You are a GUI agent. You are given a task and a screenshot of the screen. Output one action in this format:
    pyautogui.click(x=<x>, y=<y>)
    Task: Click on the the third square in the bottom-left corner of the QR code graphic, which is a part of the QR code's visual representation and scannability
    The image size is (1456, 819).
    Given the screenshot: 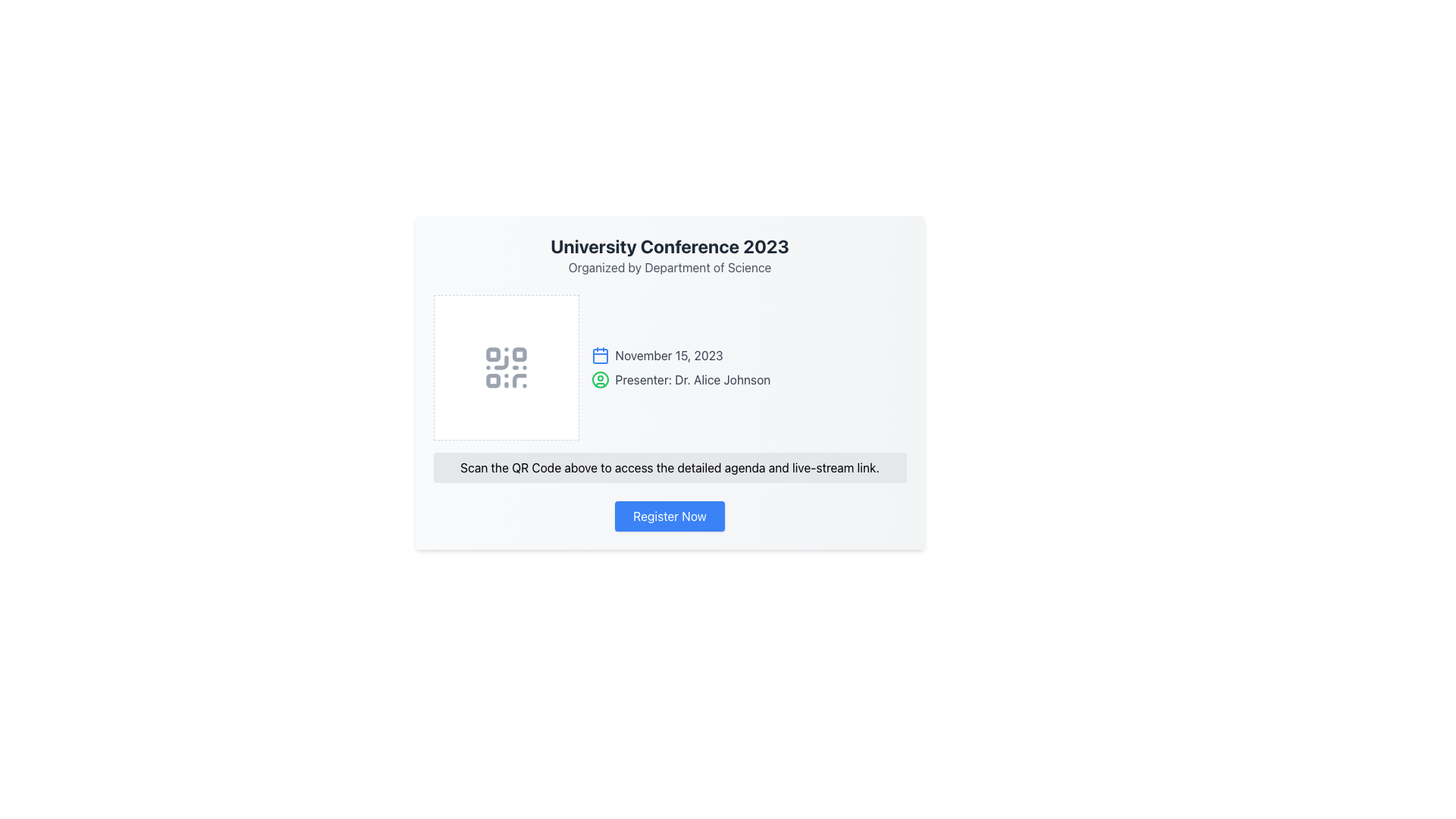 What is the action you would take?
    pyautogui.click(x=493, y=380)
    